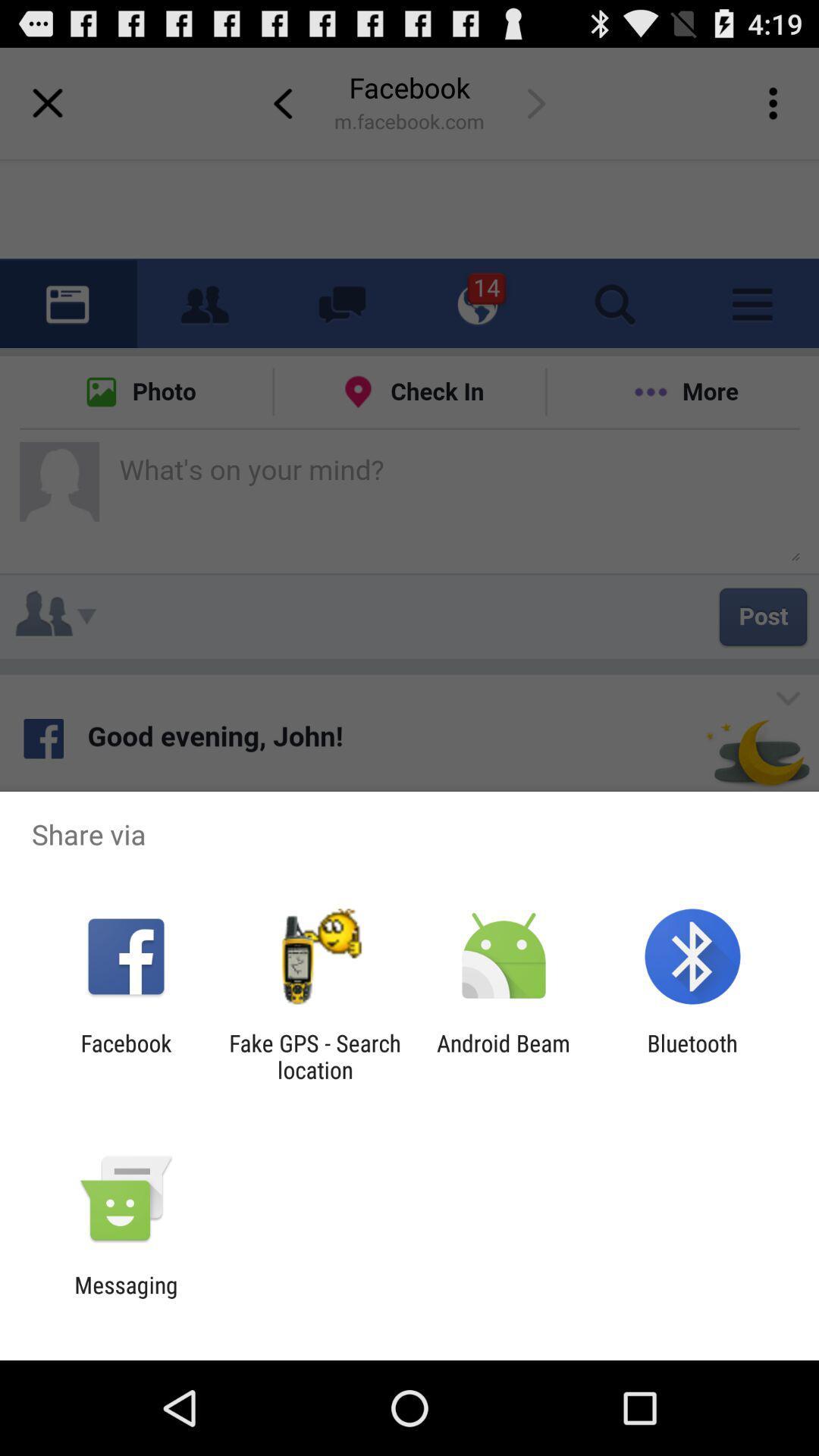  I want to click on item next to facebook icon, so click(314, 1056).